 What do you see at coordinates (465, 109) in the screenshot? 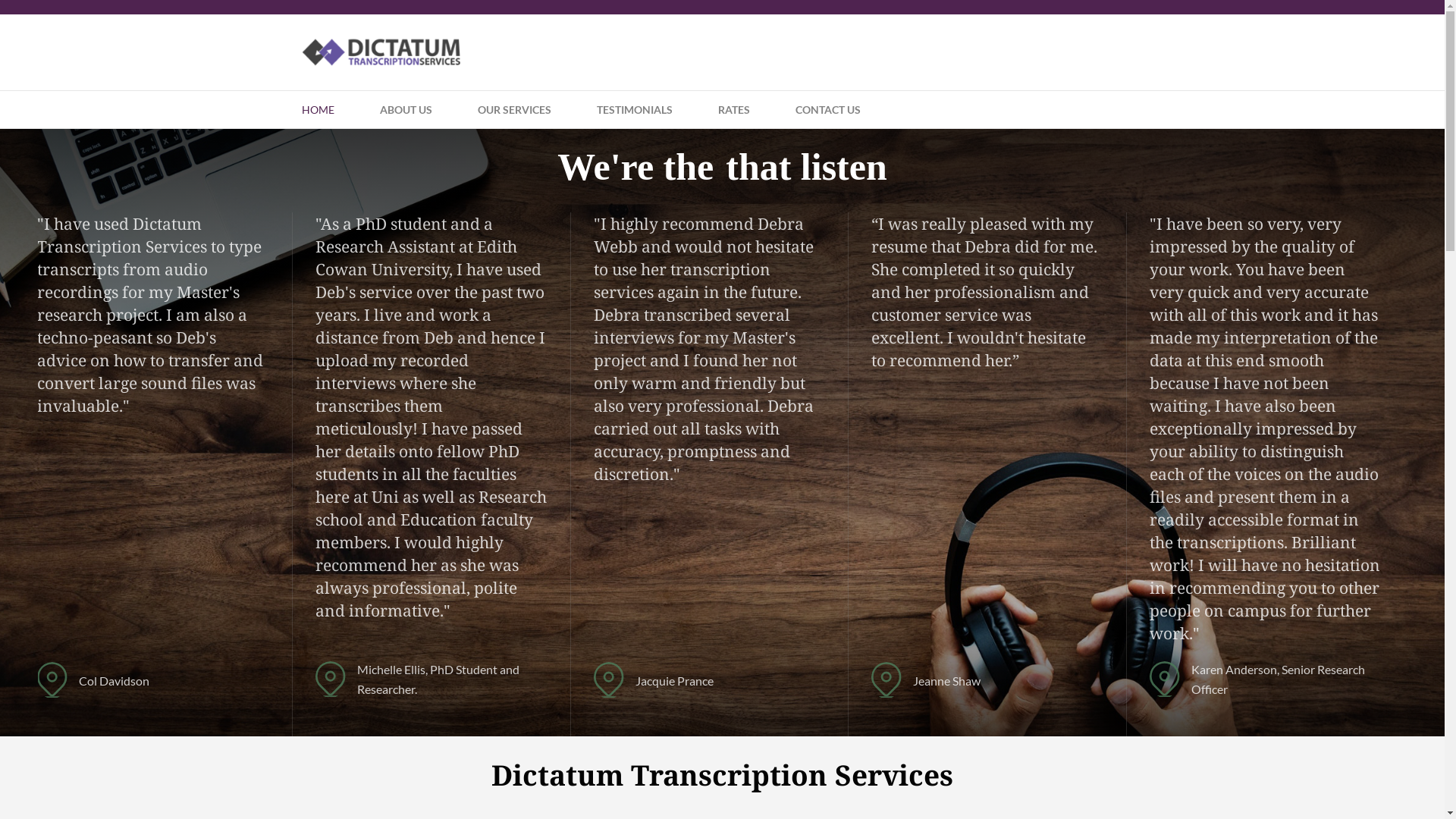
I see `'OUR SERVICES'` at bounding box center [465, 109].